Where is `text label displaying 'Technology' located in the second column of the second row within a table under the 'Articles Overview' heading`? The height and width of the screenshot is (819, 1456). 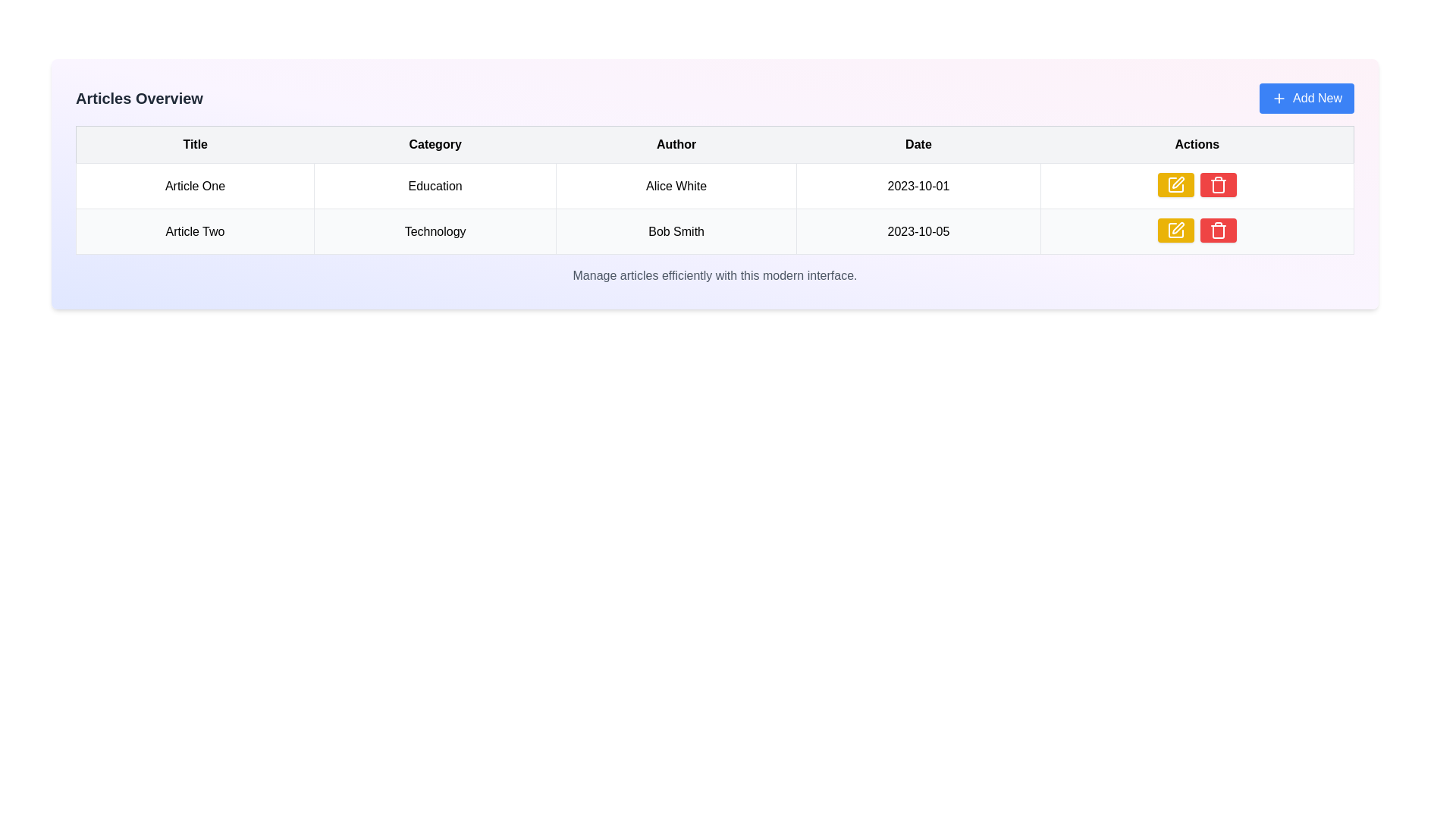
text label displaying 'Technology' located in the second column of the second row within a table under the 'Articles Overview' heading is located at coordinates (435, 231).